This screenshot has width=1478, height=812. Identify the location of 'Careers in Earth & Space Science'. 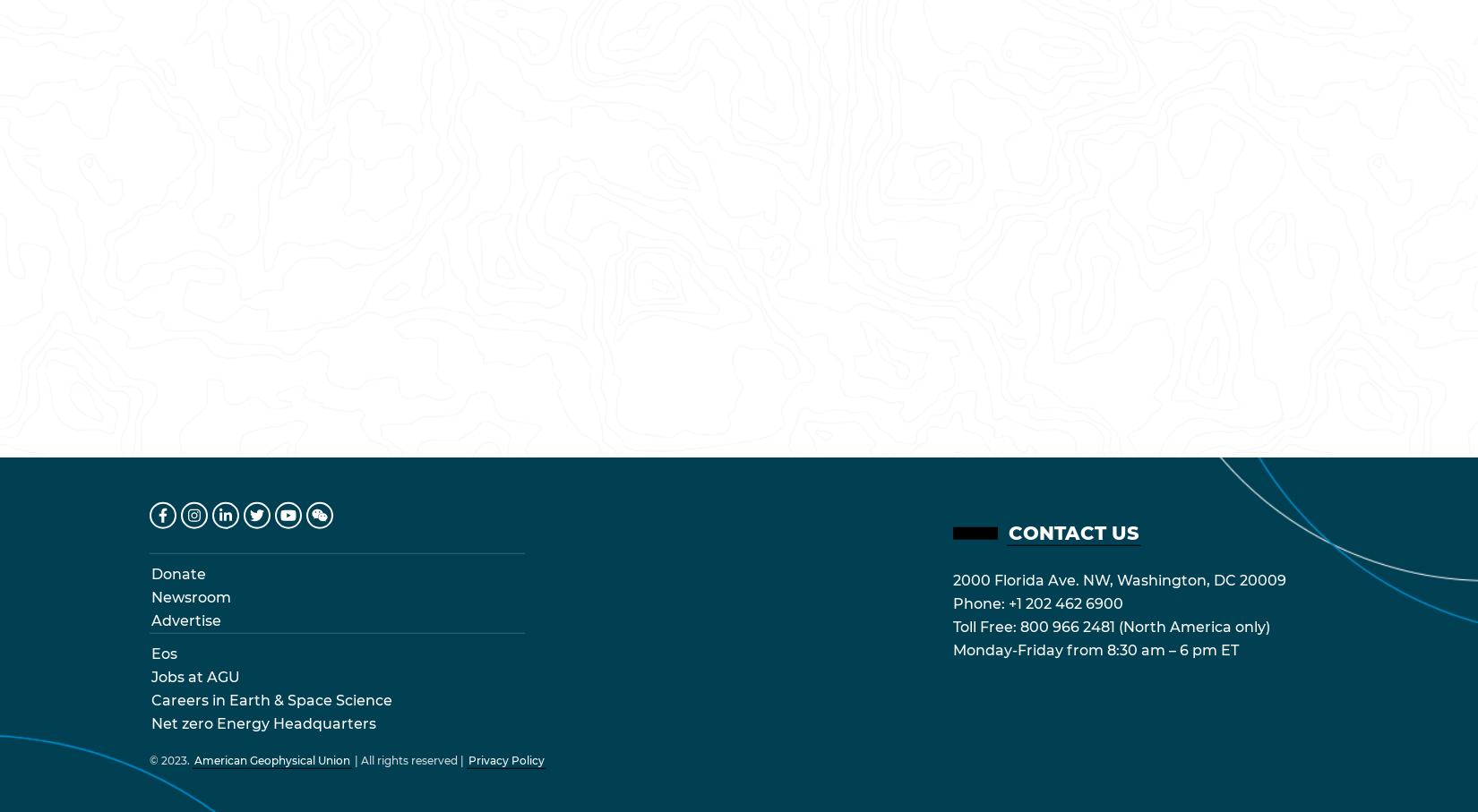
(271, 698).